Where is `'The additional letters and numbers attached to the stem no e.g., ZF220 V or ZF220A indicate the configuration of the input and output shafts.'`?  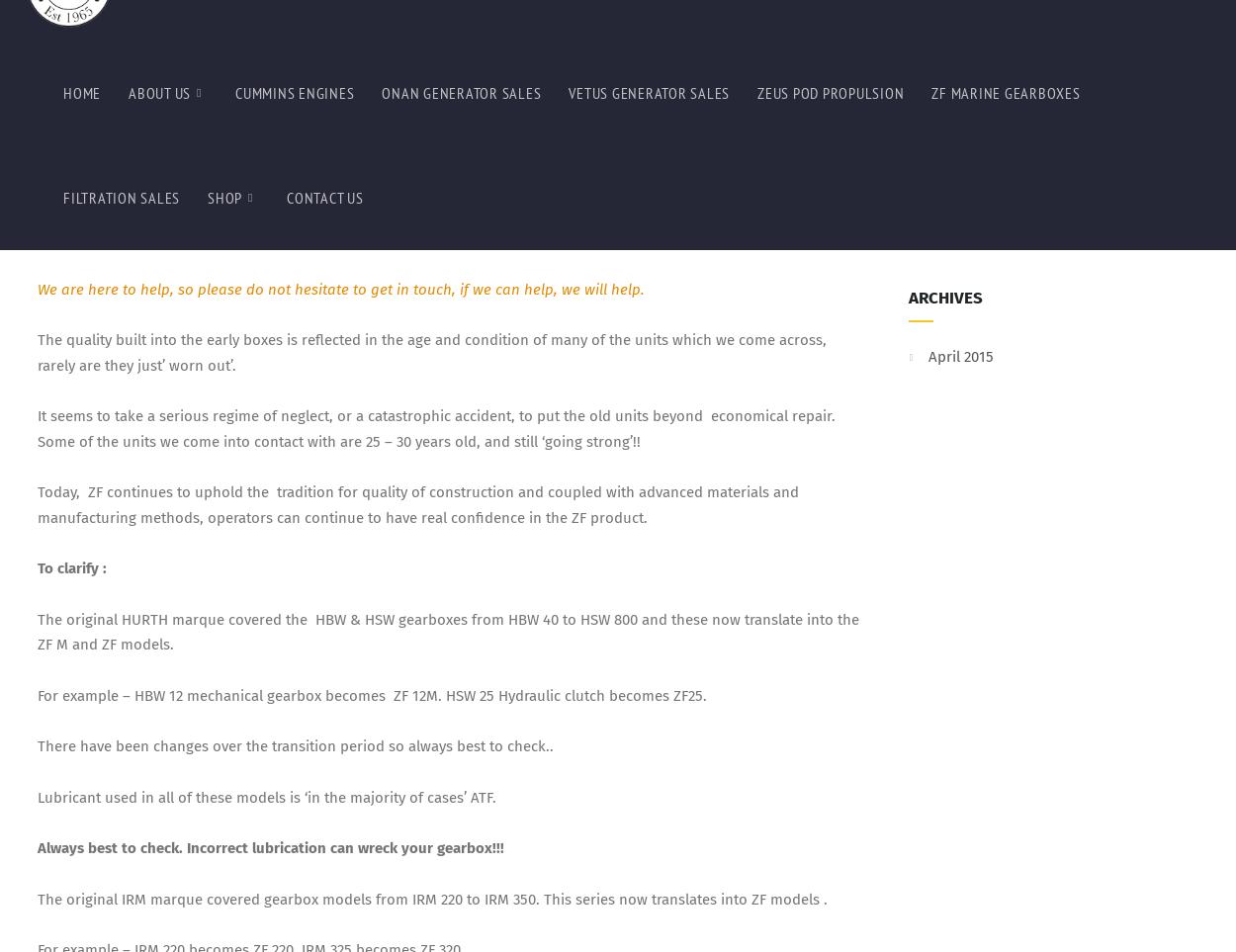 'The additional letters and numbers attached to the stem no e.g., ZF220 V or ZF220A indicate the configuration of the input and output shafts.' is located at coordinates (442, 133).